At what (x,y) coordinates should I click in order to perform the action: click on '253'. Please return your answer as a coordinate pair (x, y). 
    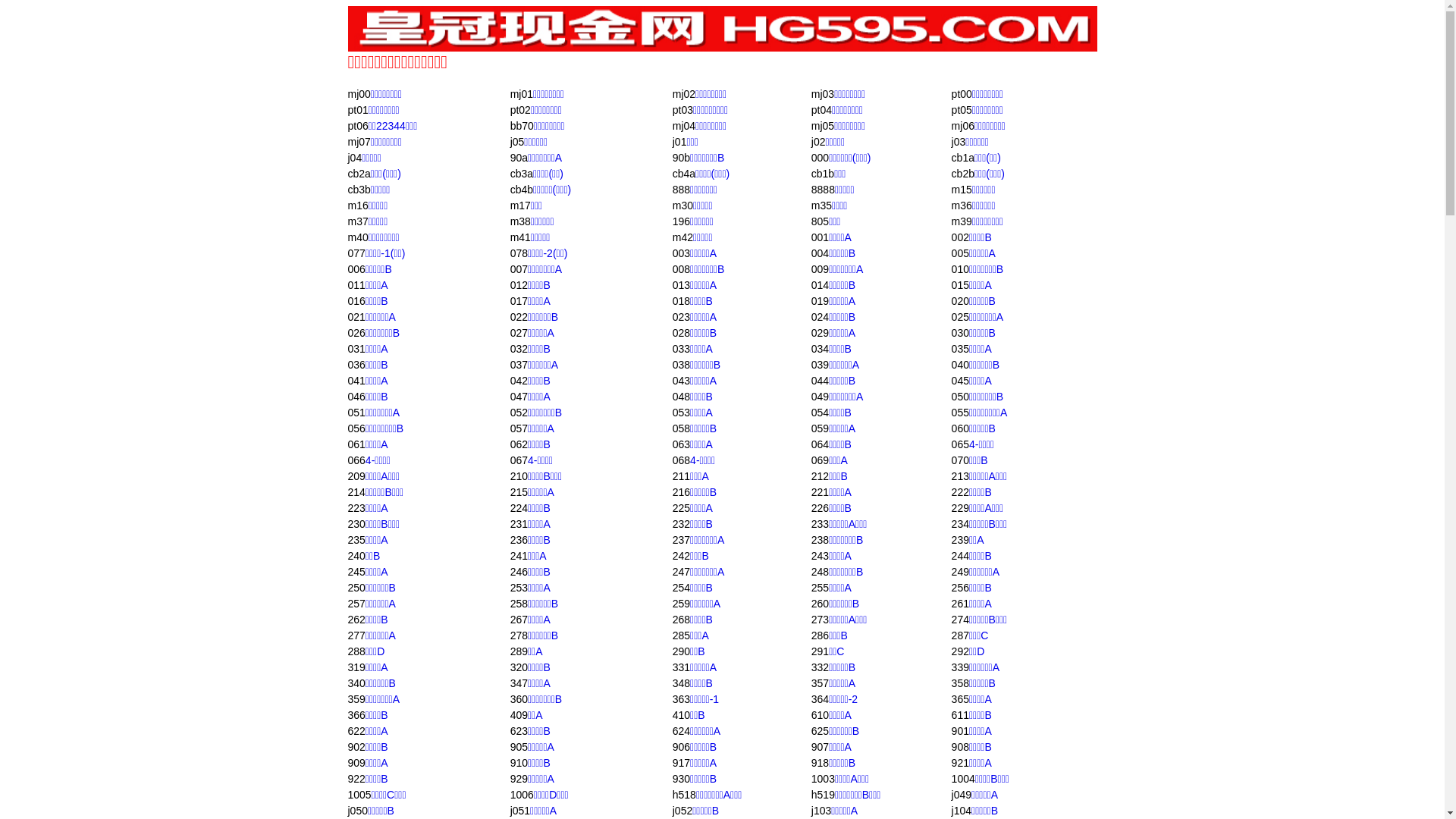
    Looking at the image, I should click on (519, 587).